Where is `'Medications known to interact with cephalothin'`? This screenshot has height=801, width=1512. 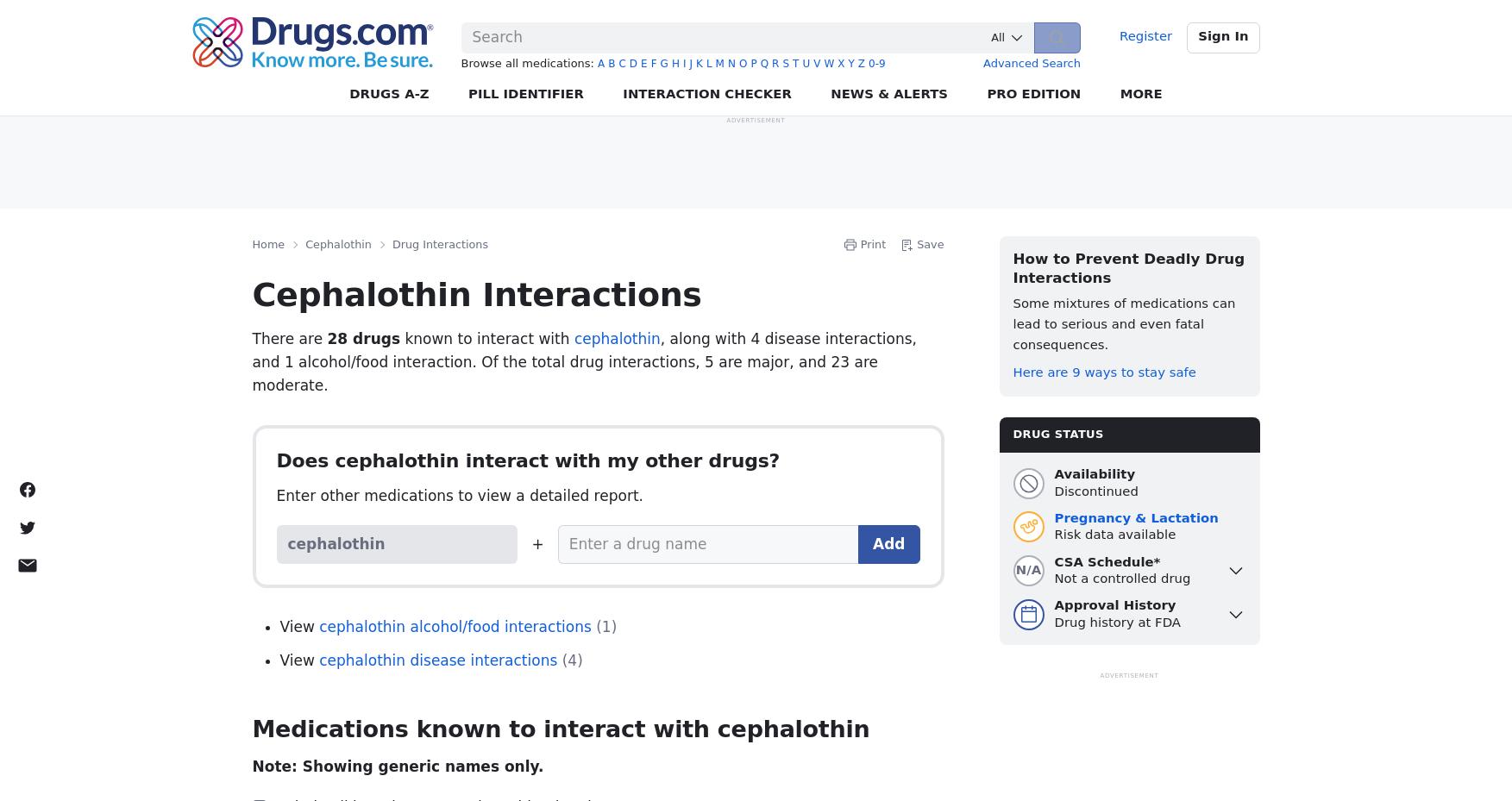 'Medications known to interact with cephalothin' is located at coordinates (561, 729).